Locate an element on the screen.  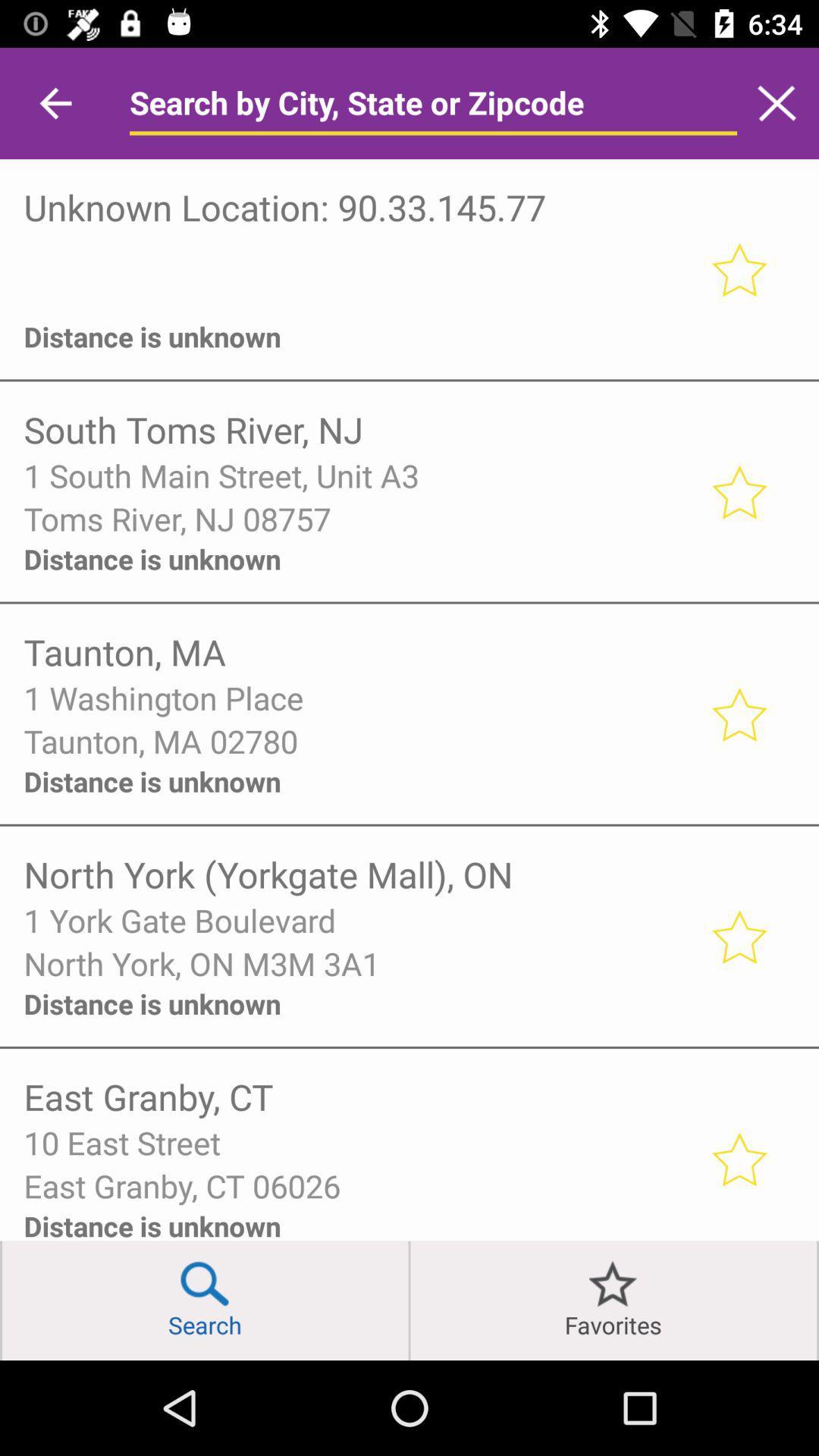
favorite is located at coordinates (738, 491).